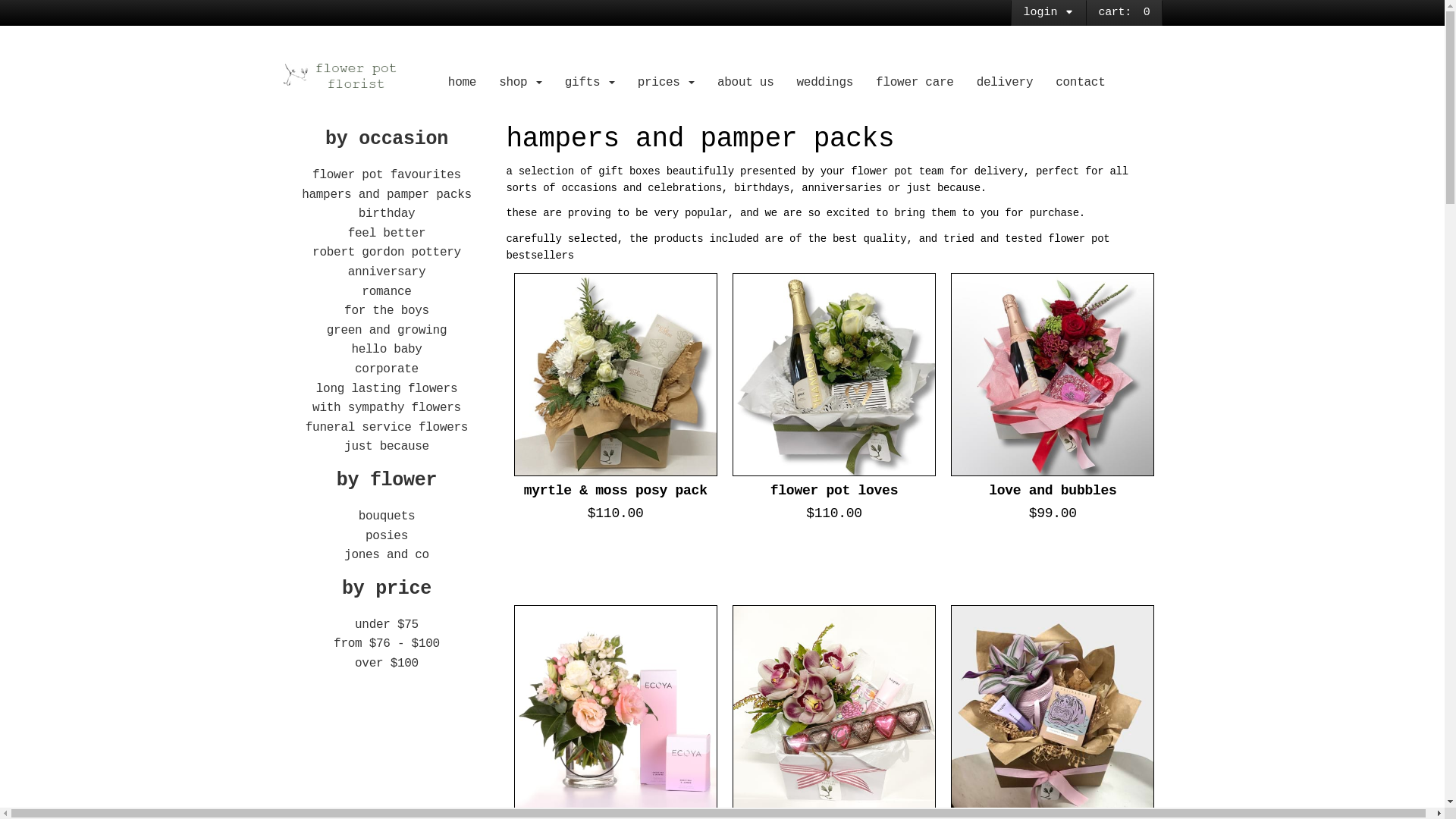 The image size is (1456, 819). Describe the element at coordinates (386, 350) in the screenshot. I see `'hello baby'` at that location.